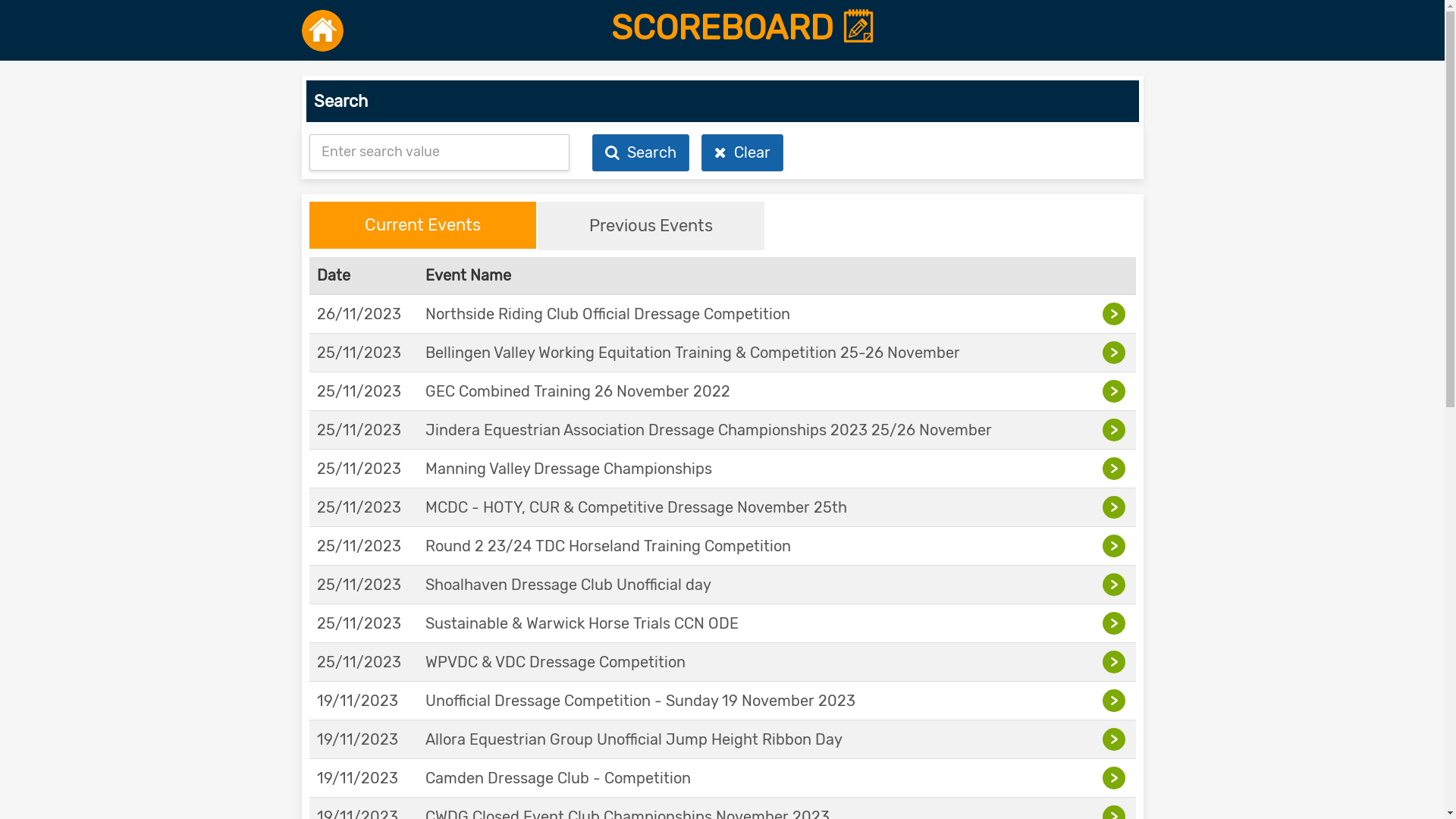  I want to click on 'Current Events', so click(422, 225).